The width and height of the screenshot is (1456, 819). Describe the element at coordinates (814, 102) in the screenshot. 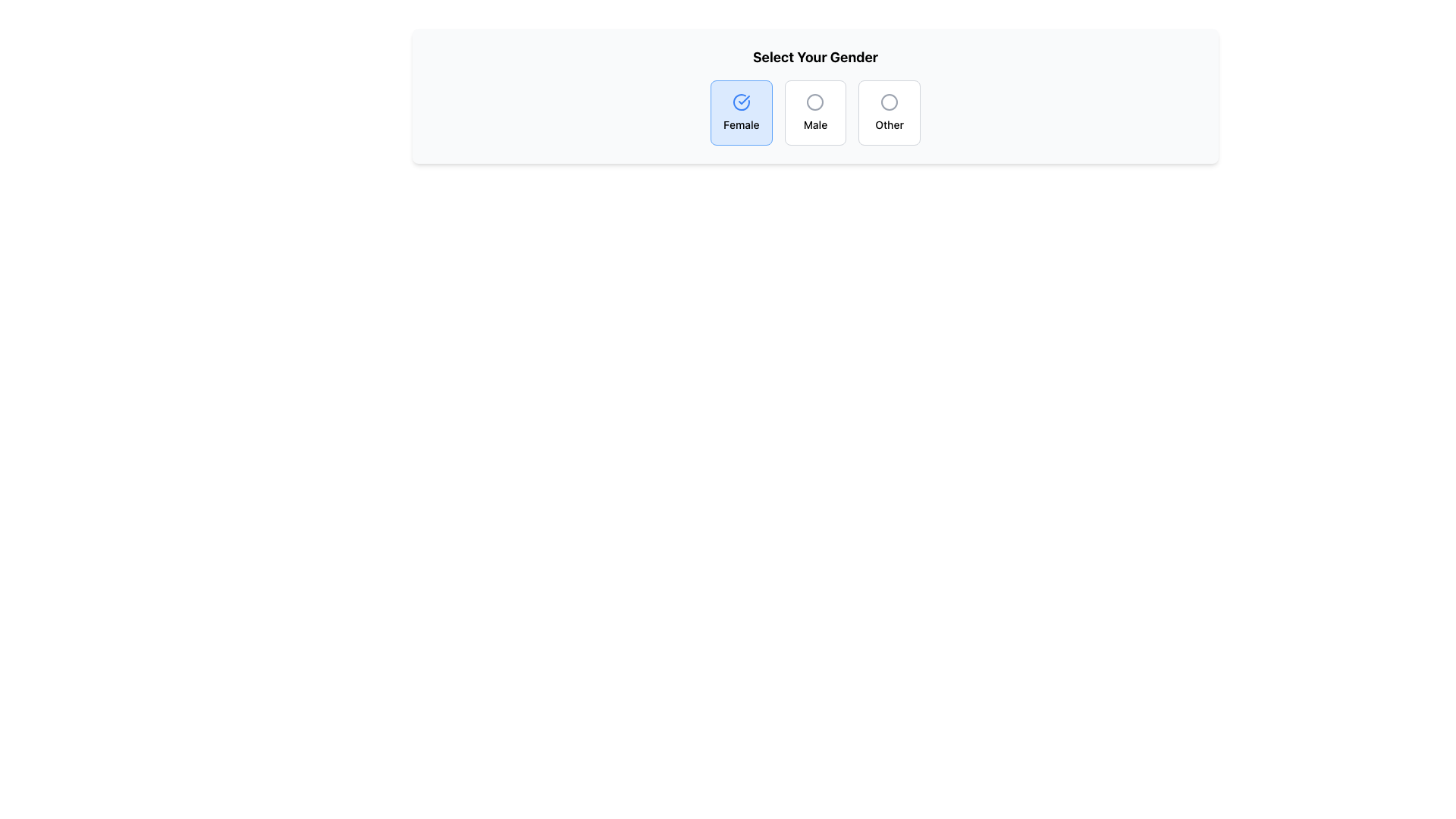

I see `the circular selection indicator for the 'Male' option in the radio button component labeled 'Select Your Gender'` at that location.